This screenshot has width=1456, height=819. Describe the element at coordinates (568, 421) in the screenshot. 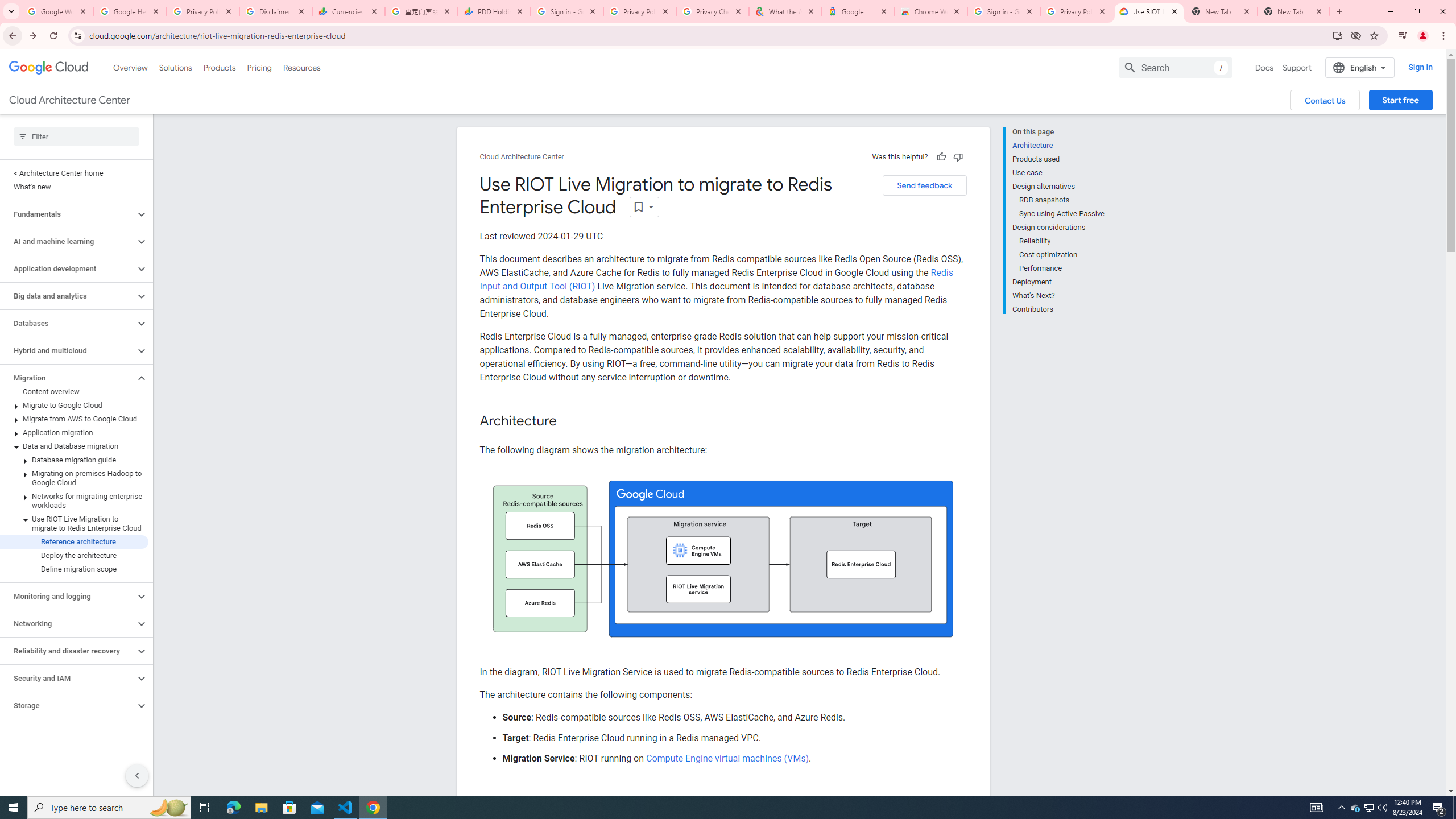

I see `'Copy link to this section: Architecture'` at that location.